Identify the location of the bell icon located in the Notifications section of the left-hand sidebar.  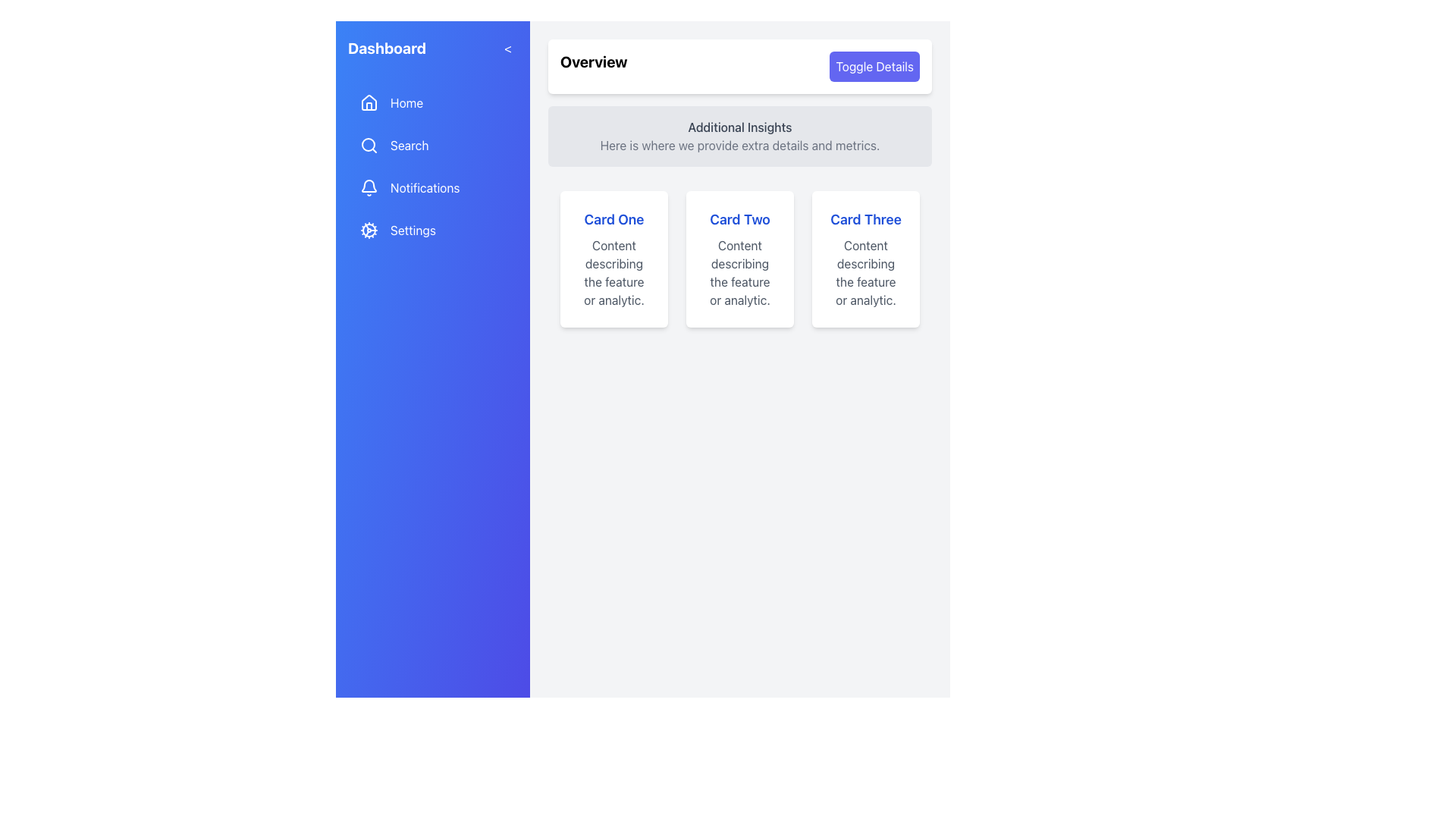
(369, 187).